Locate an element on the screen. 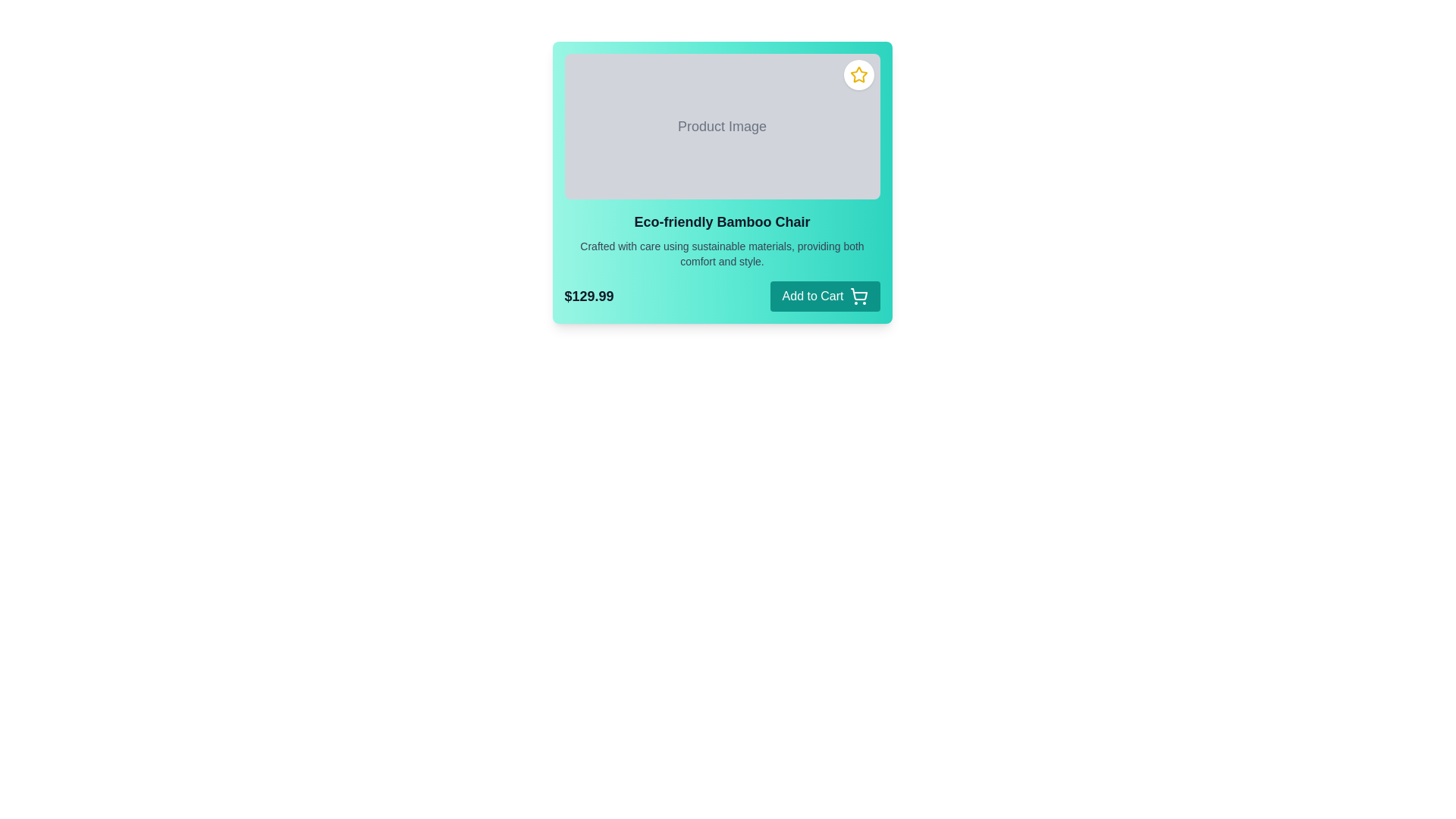 The width and height of the screenshot is (1456, 819). the star icon located in the top-right corner of the product card is located at coordinates (858, 75).